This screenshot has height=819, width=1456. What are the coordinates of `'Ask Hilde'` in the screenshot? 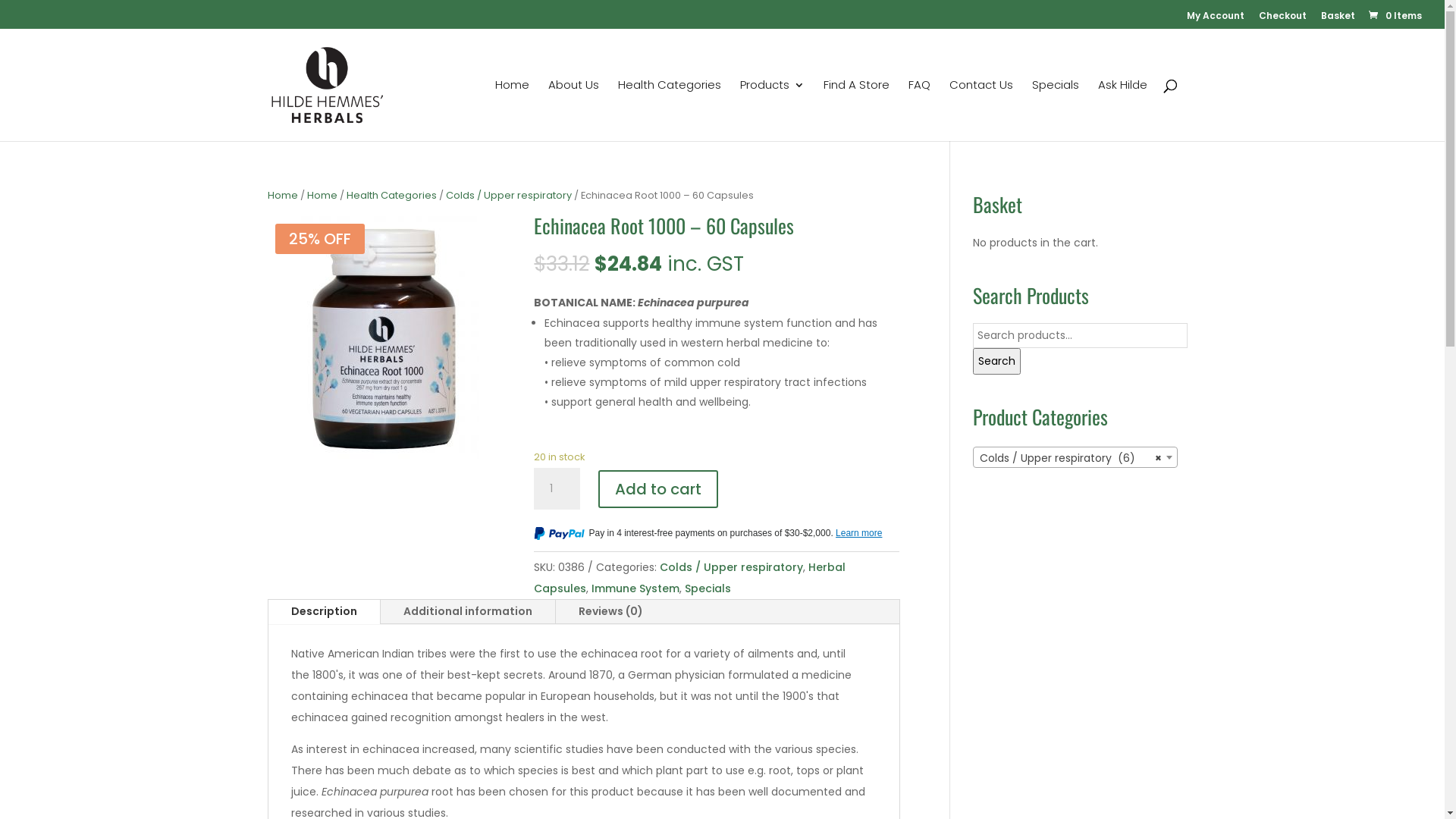 It's located at (1098, 109).